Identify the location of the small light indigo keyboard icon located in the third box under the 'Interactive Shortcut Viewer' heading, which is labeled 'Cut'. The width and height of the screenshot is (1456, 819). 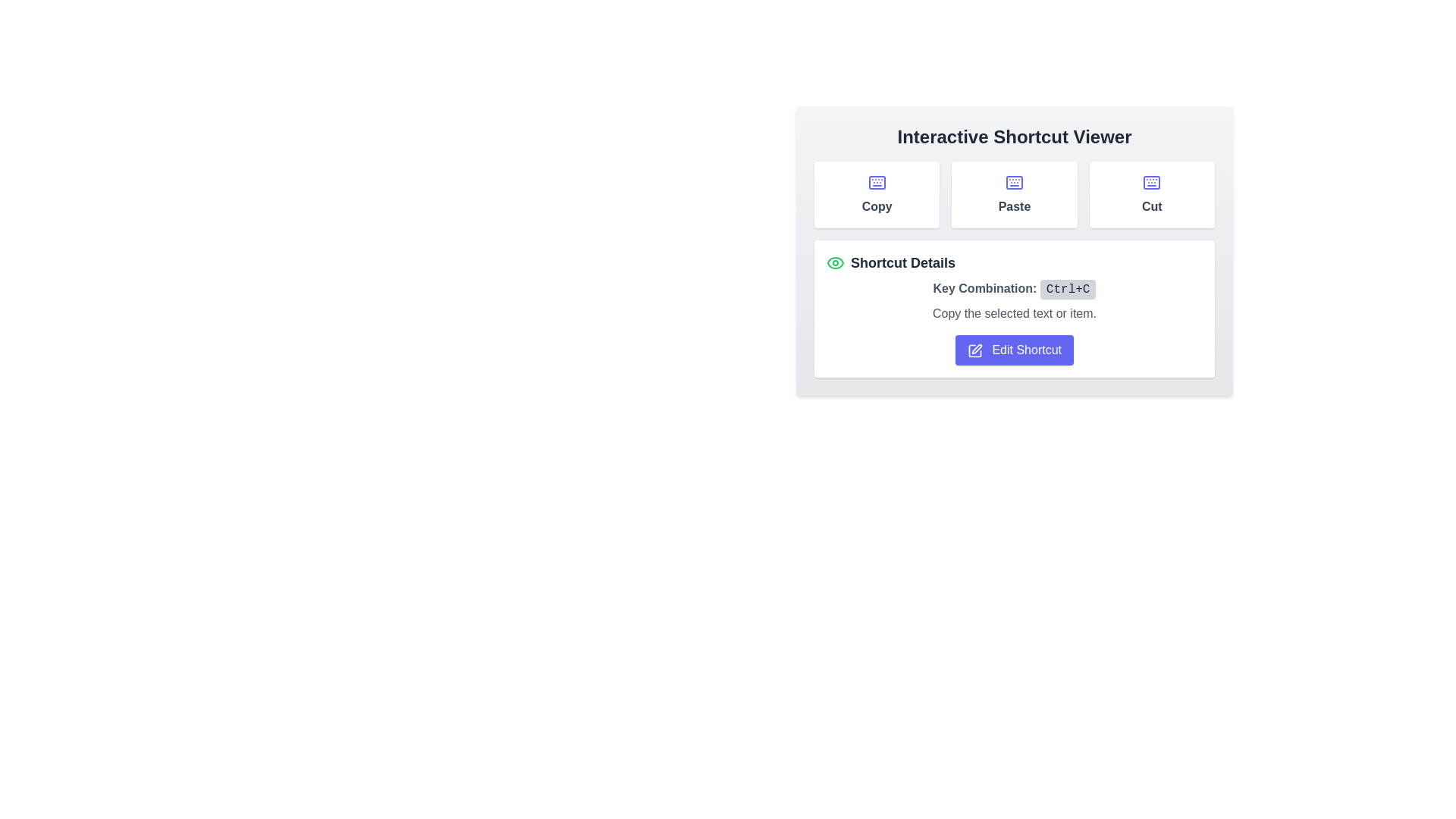
(1152, 181).